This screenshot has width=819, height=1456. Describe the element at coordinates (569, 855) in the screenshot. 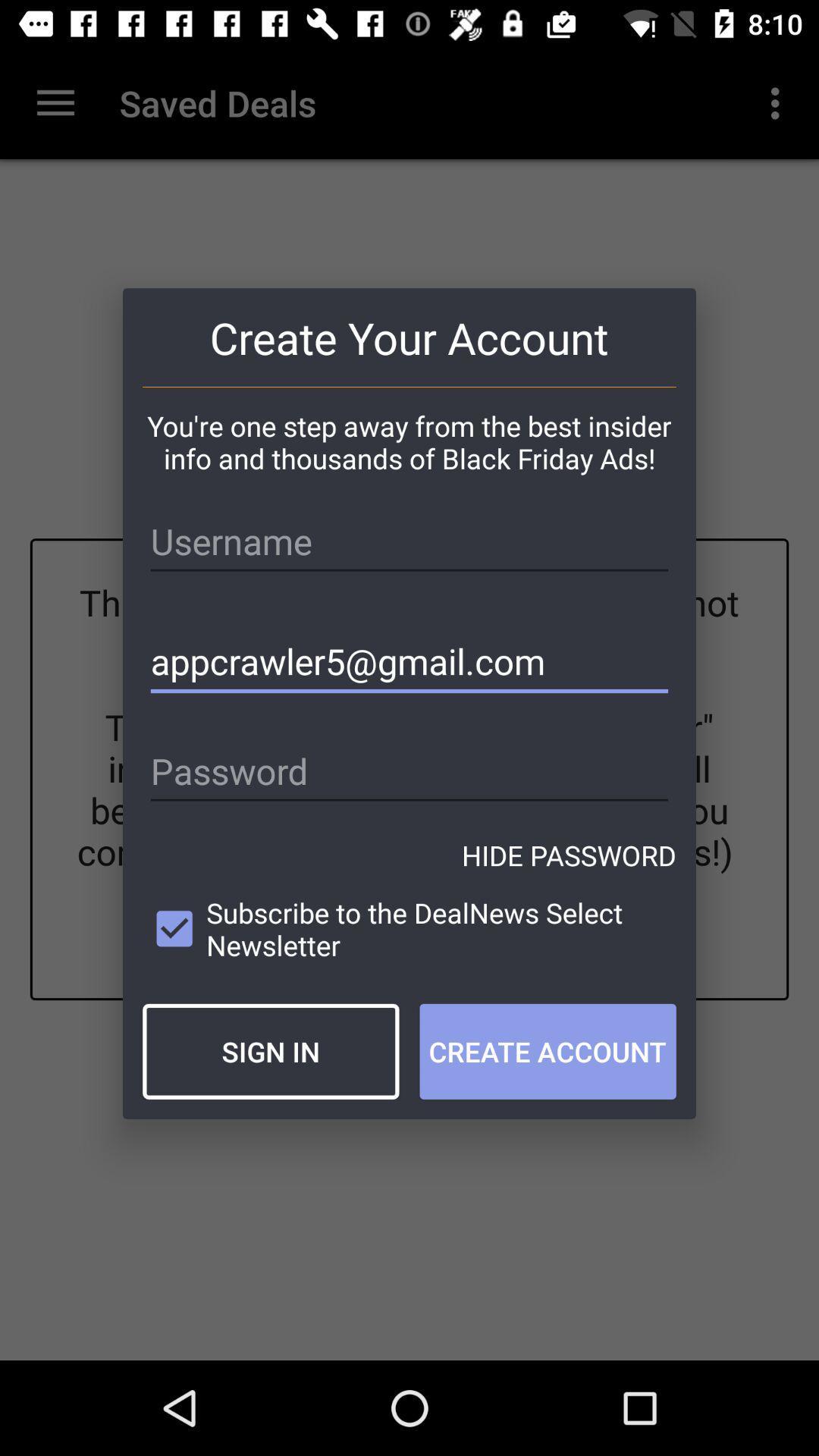

I see `the hide password icon` at that location.